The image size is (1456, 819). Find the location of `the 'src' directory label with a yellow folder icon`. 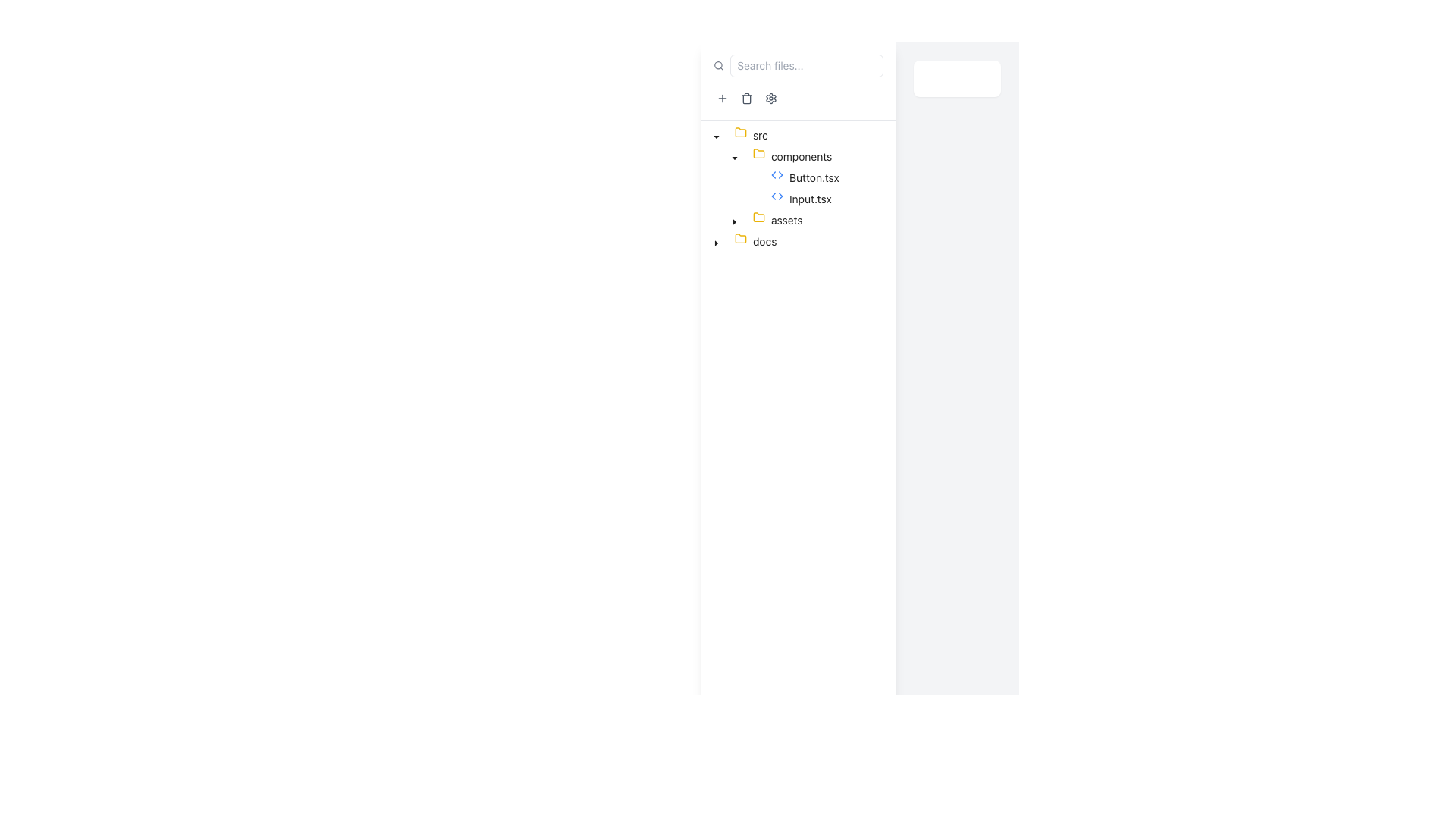

the 'src' directory label with a yellow folder icon is located at coordinates (751, 134).